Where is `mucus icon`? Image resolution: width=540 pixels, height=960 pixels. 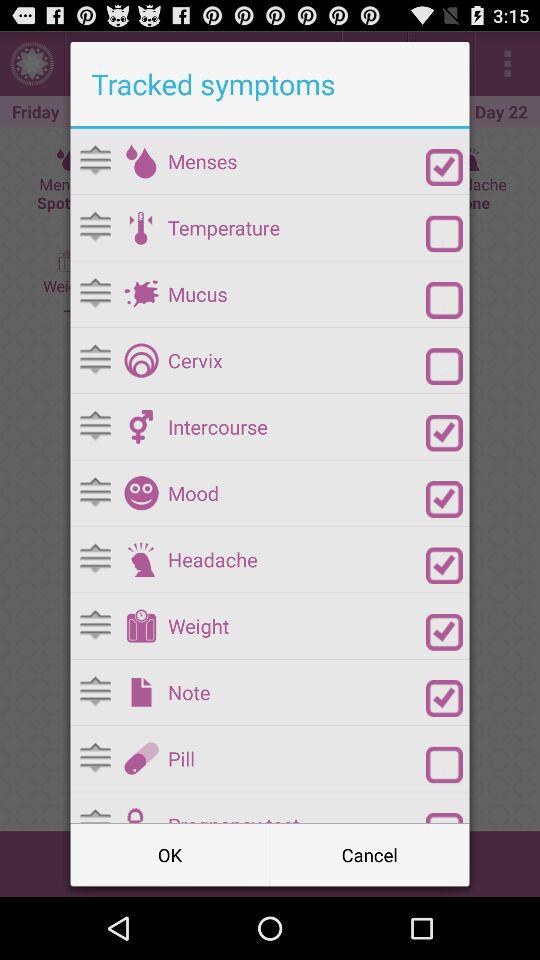 mucus icon is located at coordinates (296, 293).